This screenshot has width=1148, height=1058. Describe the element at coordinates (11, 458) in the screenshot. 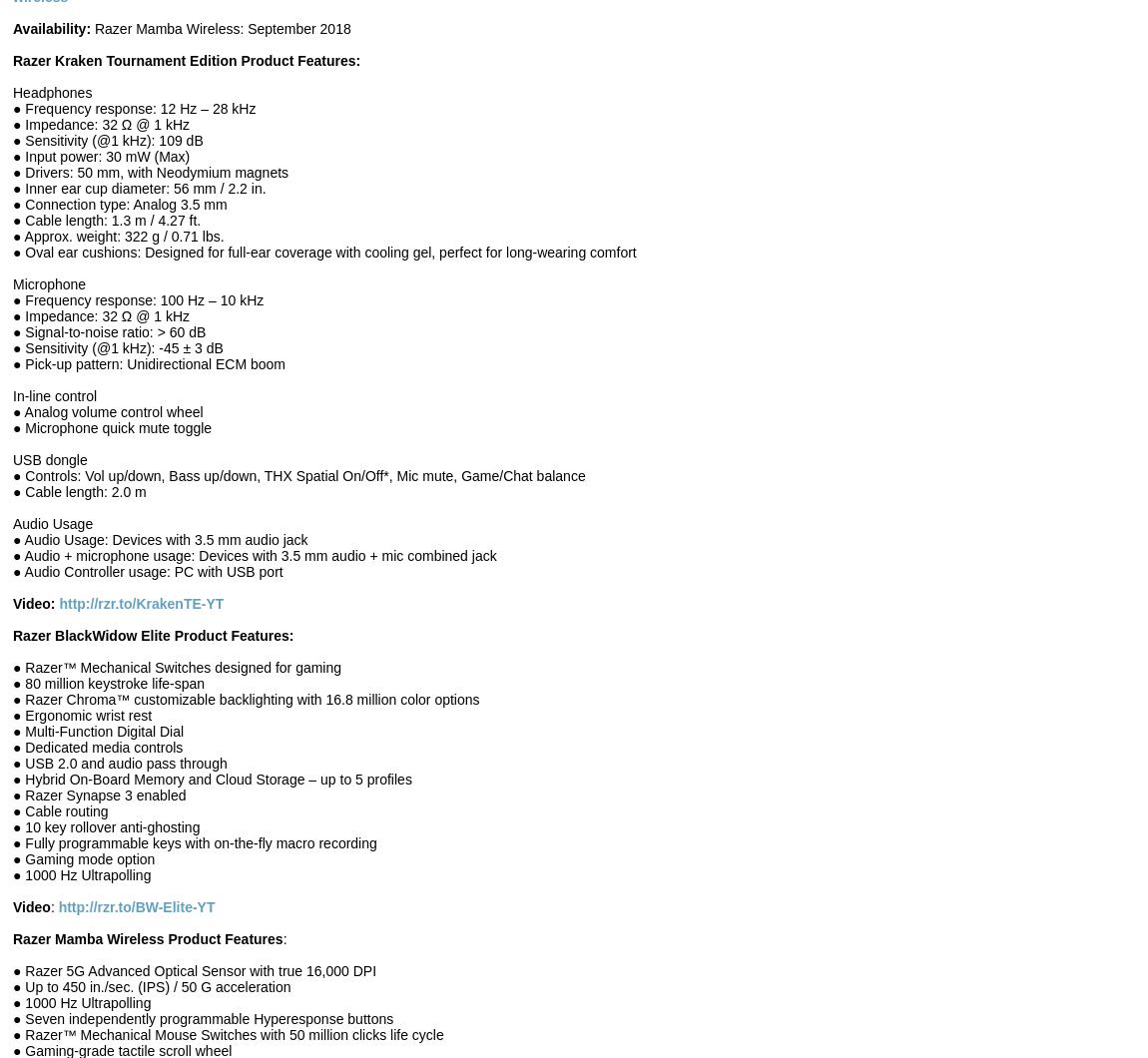

I see `'USB dongle'` at that location.